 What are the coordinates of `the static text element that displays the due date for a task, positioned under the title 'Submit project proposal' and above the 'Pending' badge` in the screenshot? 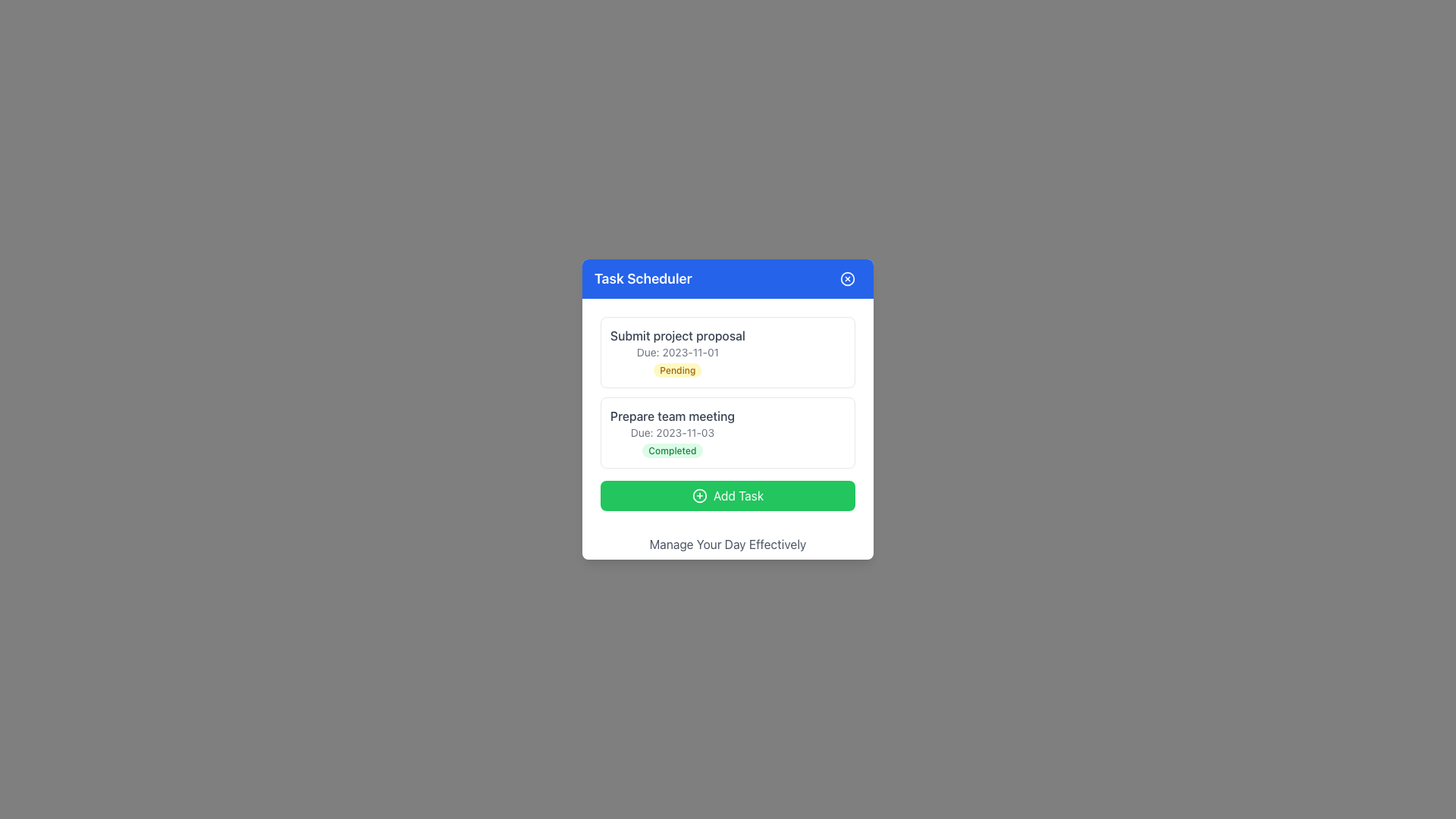 It's located at (676, 353).